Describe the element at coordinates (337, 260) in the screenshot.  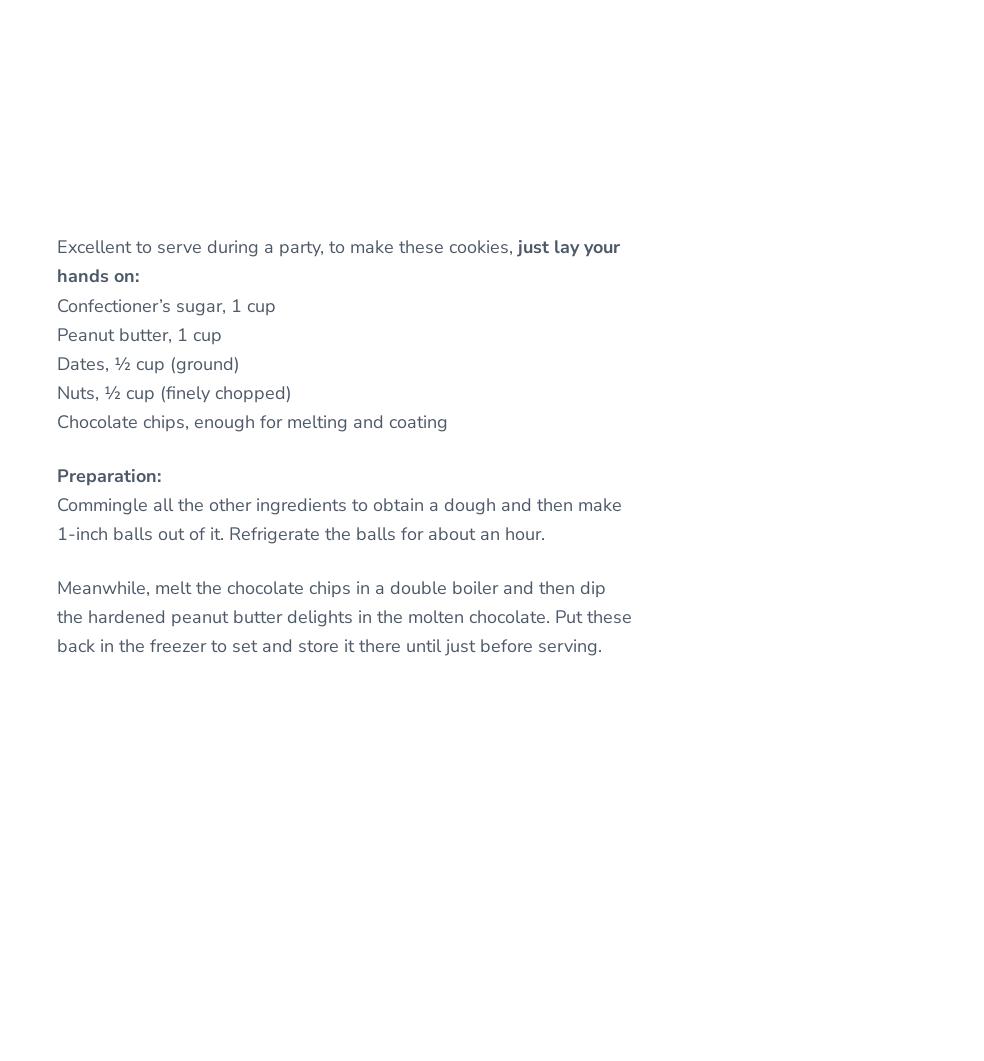
I see `'just lay your hands on:'` at that location.